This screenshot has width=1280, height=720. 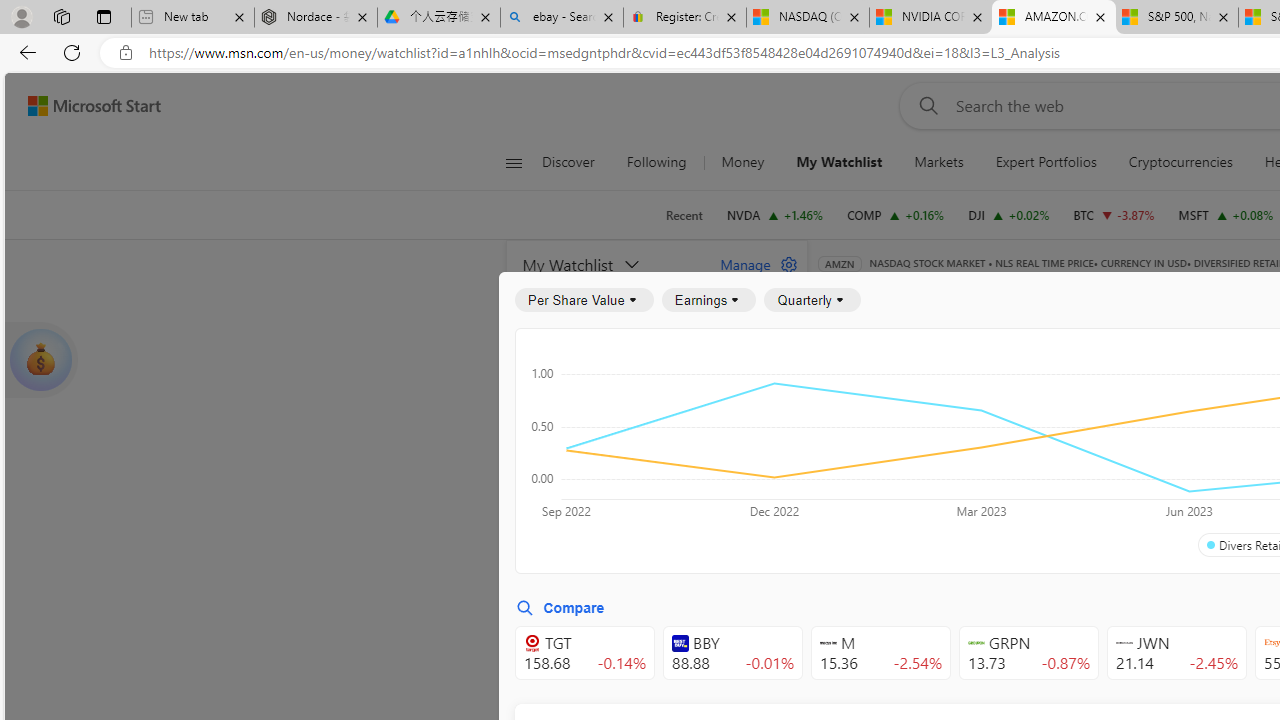 I want to click on 'DJI DOW increase 41,250.50 +9.98 +0.02%', so click(x=1009, y=214).